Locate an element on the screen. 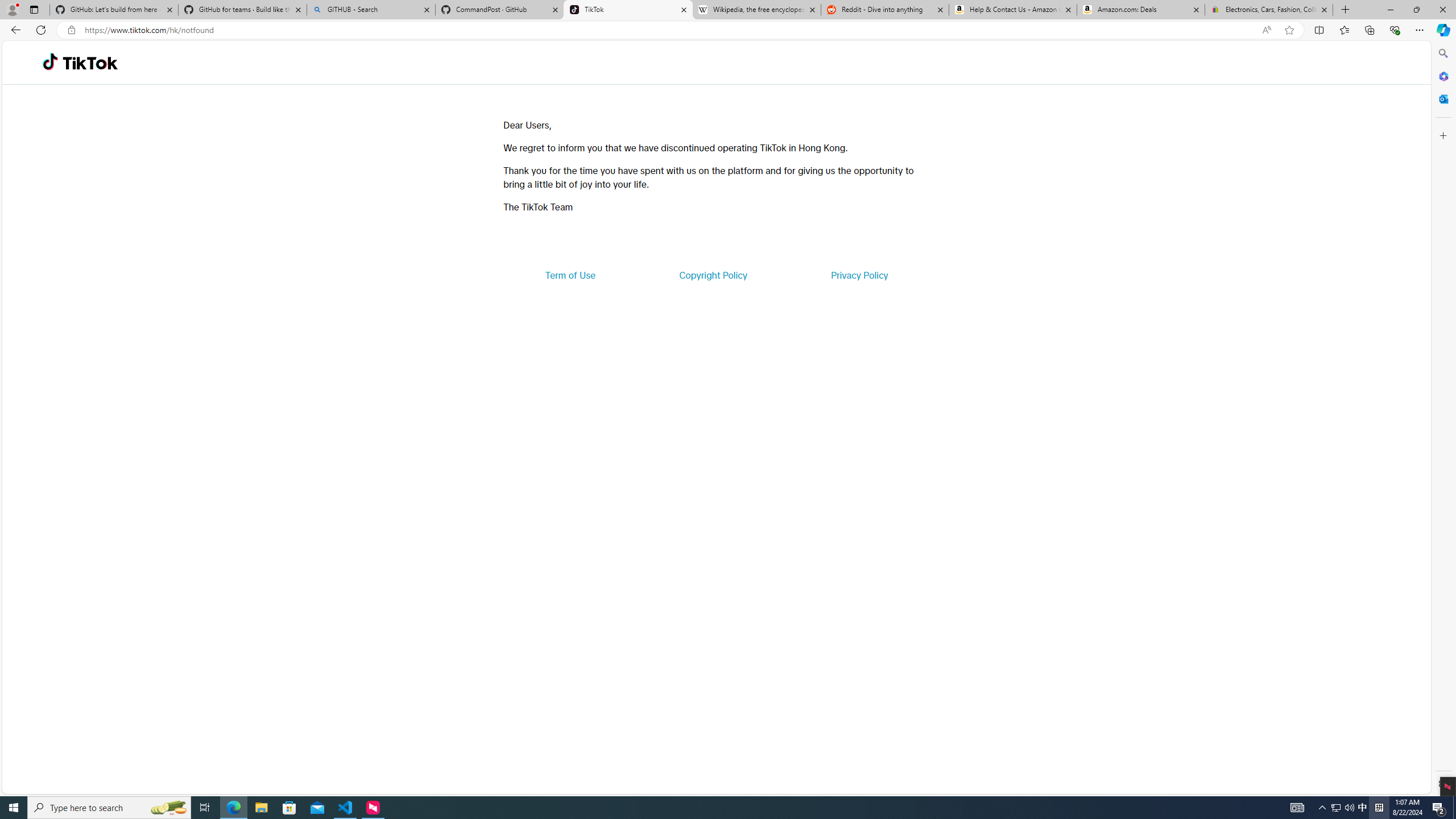  'Privacy Policy' is located at coordinates (858, 274).